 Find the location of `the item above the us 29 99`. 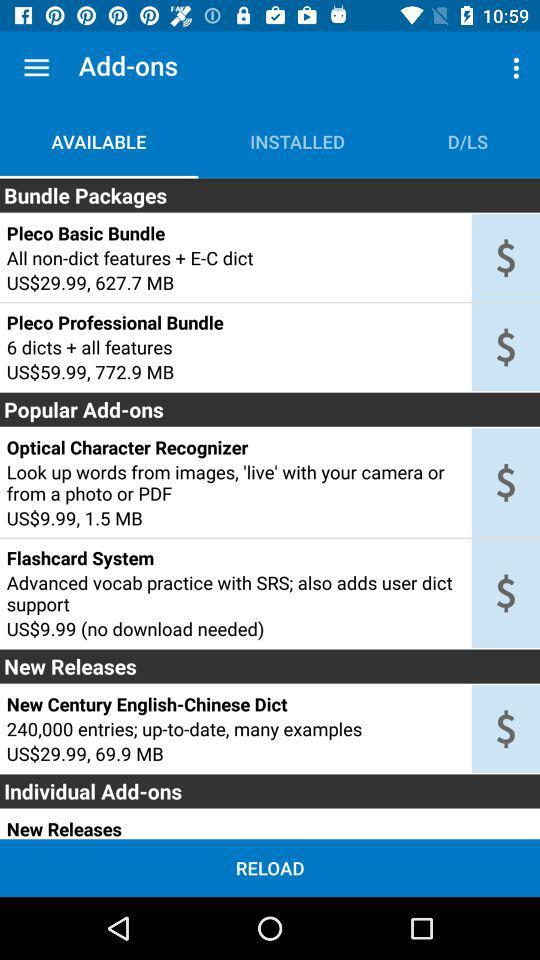

the item above the us 29 99 is located at coordinates (234, 728).